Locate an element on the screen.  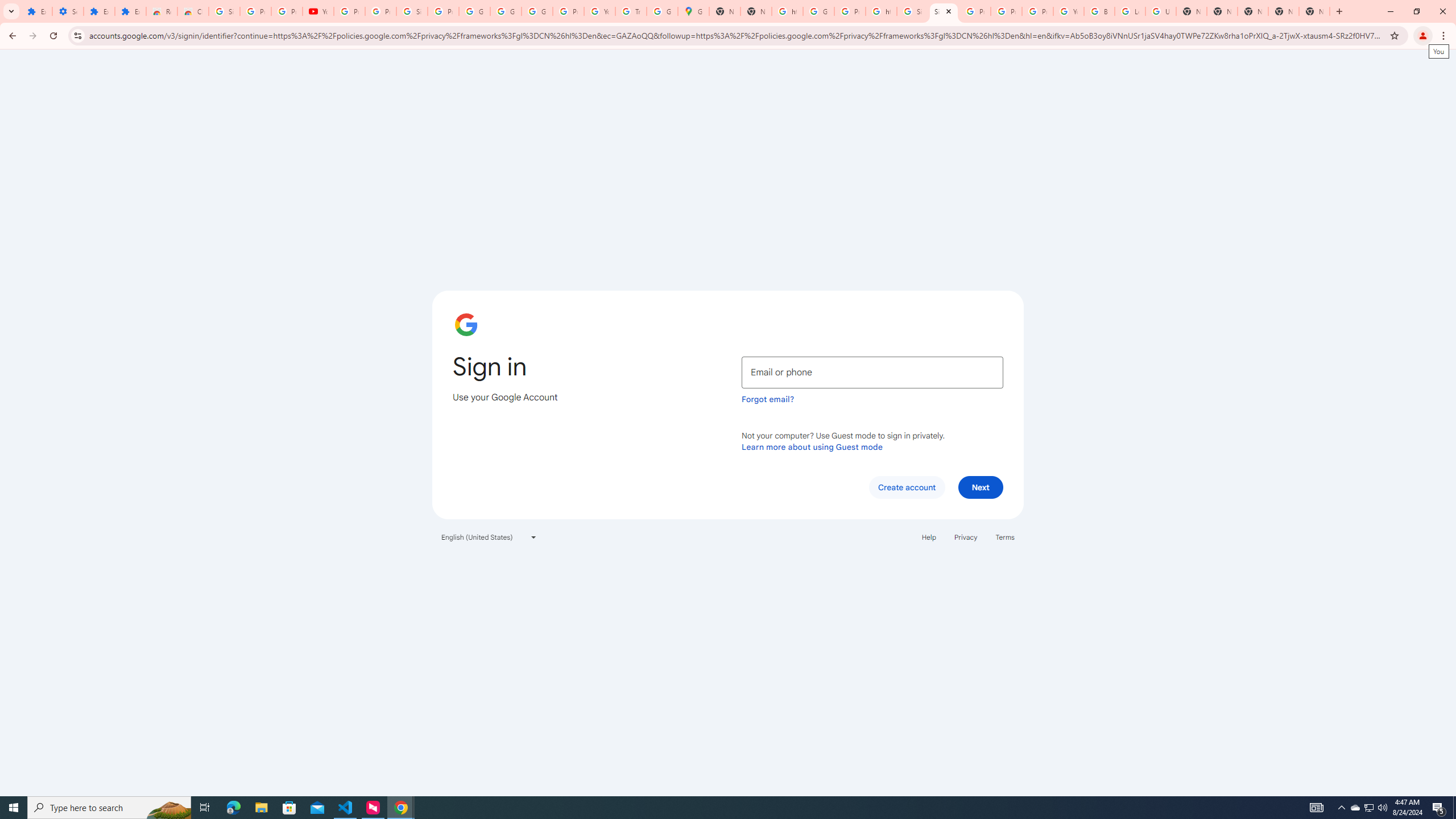
'Chrome Web Store - Themes' is located at coordinates (192, 11).